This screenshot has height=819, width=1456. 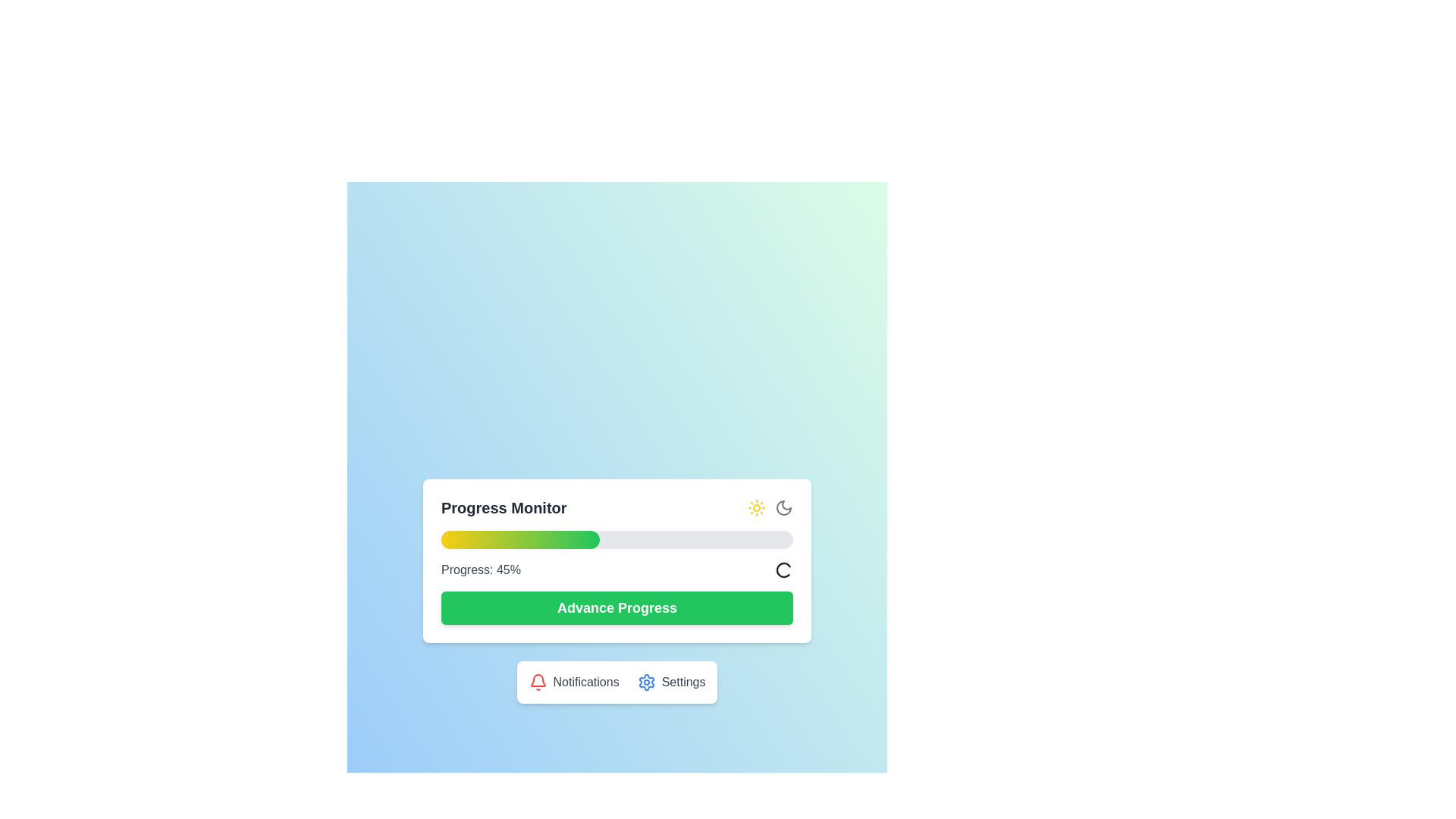 I want to click on the blue gear icon representing the settings option, so click(x=646, y=681).